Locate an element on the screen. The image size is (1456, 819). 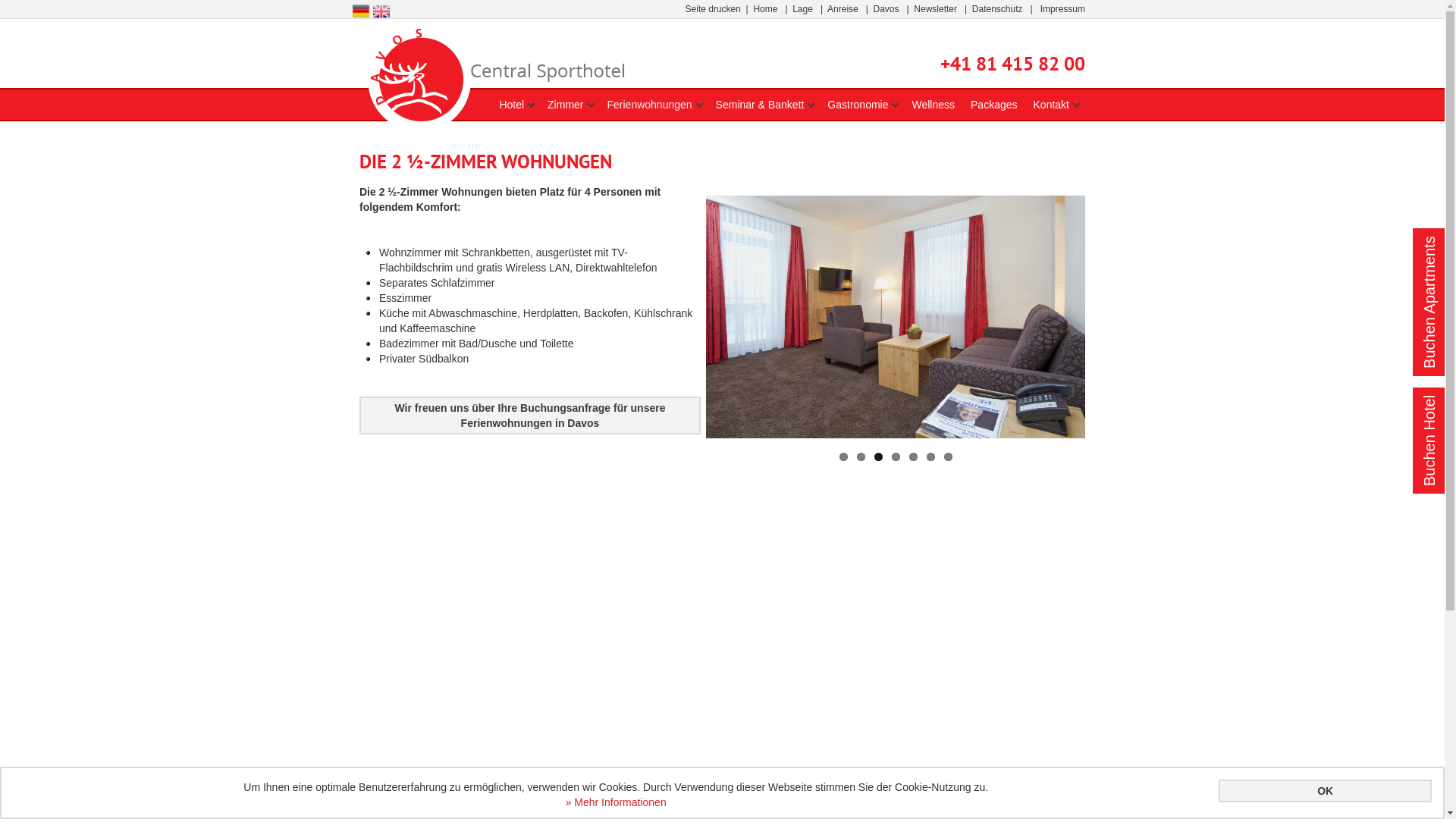
'6' is located at coordinates (930, 455).